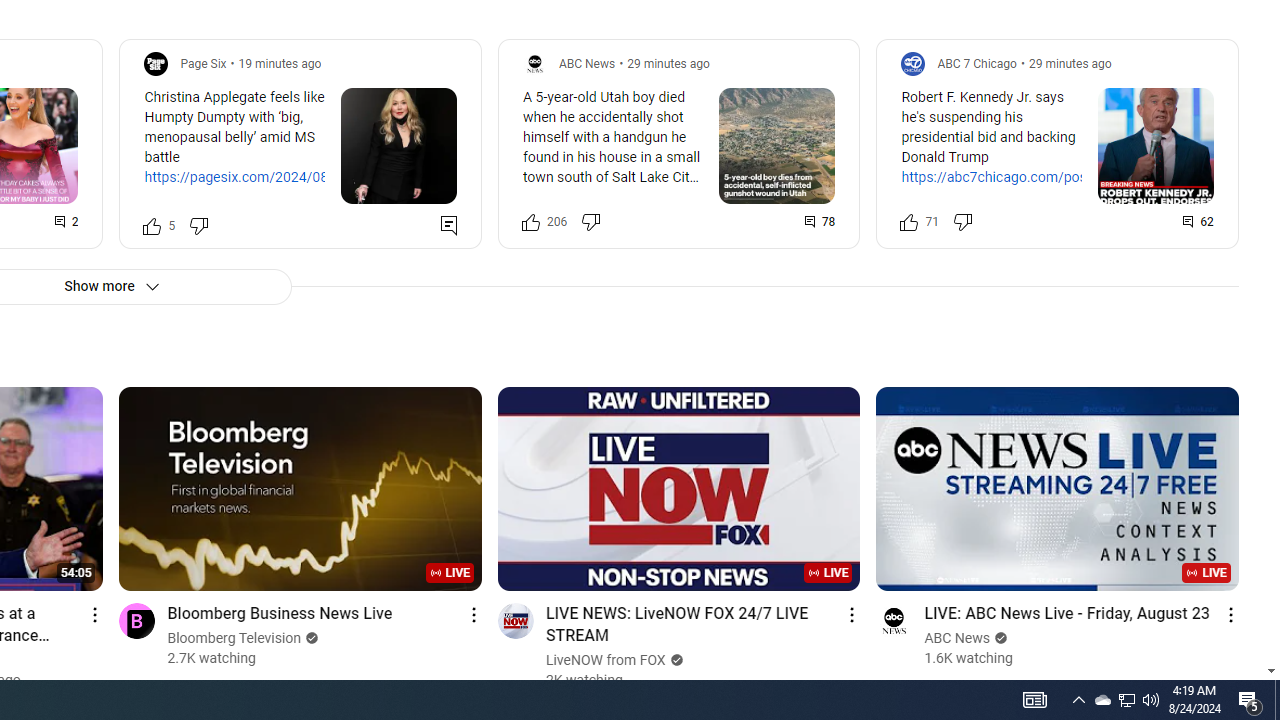  What do you see at coordinates (151, 225) in the screenshot?
I see `'Like this post along with 5 other people'` at bounding box center [151, 225].